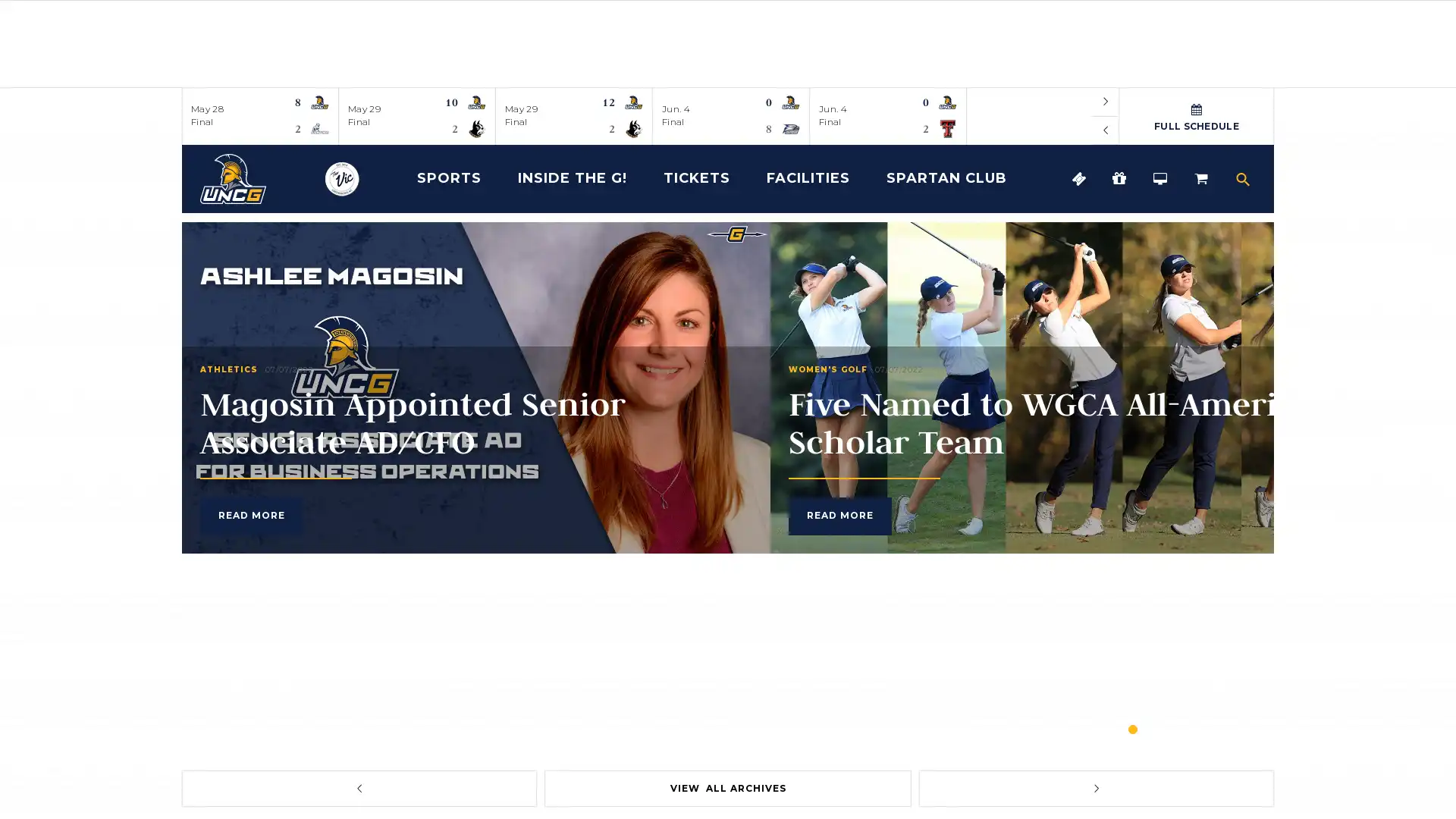 The height and width of the screenshot is (819, 1456). I want to click on previous, so click(1106, 130).